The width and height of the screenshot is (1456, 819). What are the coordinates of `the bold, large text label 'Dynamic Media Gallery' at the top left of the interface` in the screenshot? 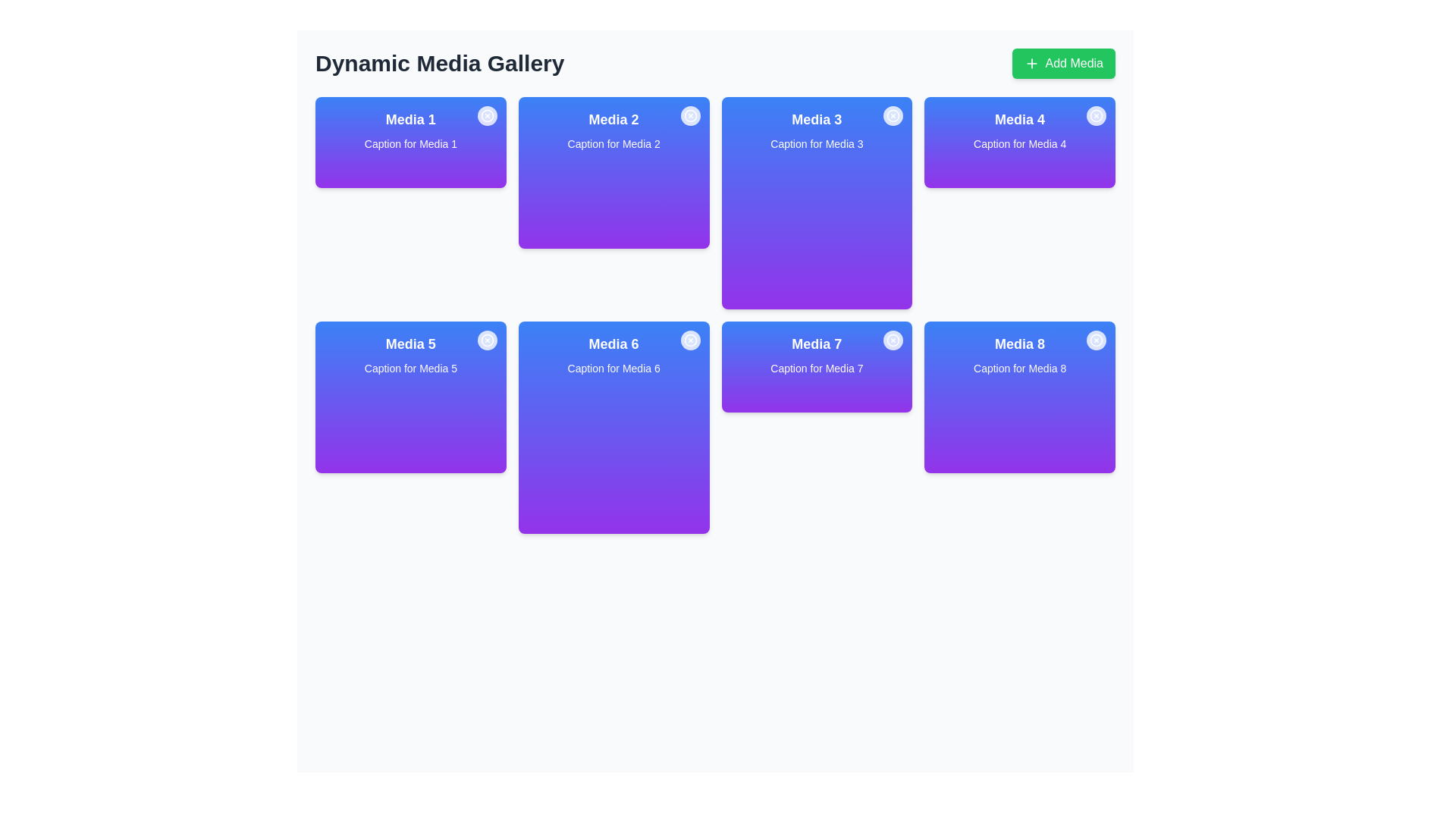 It's located at (439, 63).